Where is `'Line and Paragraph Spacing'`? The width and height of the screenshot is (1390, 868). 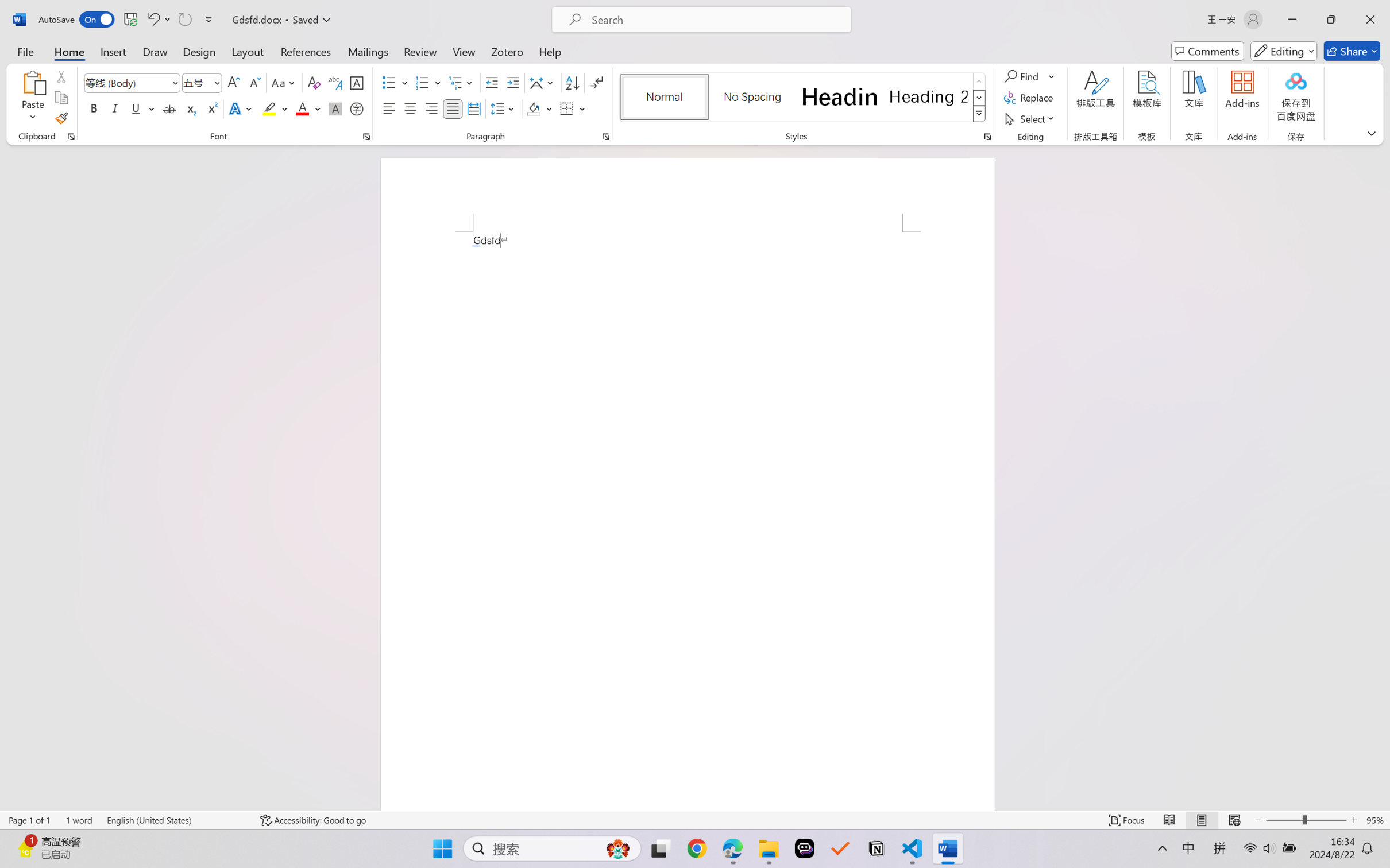 'Line and Paragraph Spacing' is located at coordinates (503, 108).